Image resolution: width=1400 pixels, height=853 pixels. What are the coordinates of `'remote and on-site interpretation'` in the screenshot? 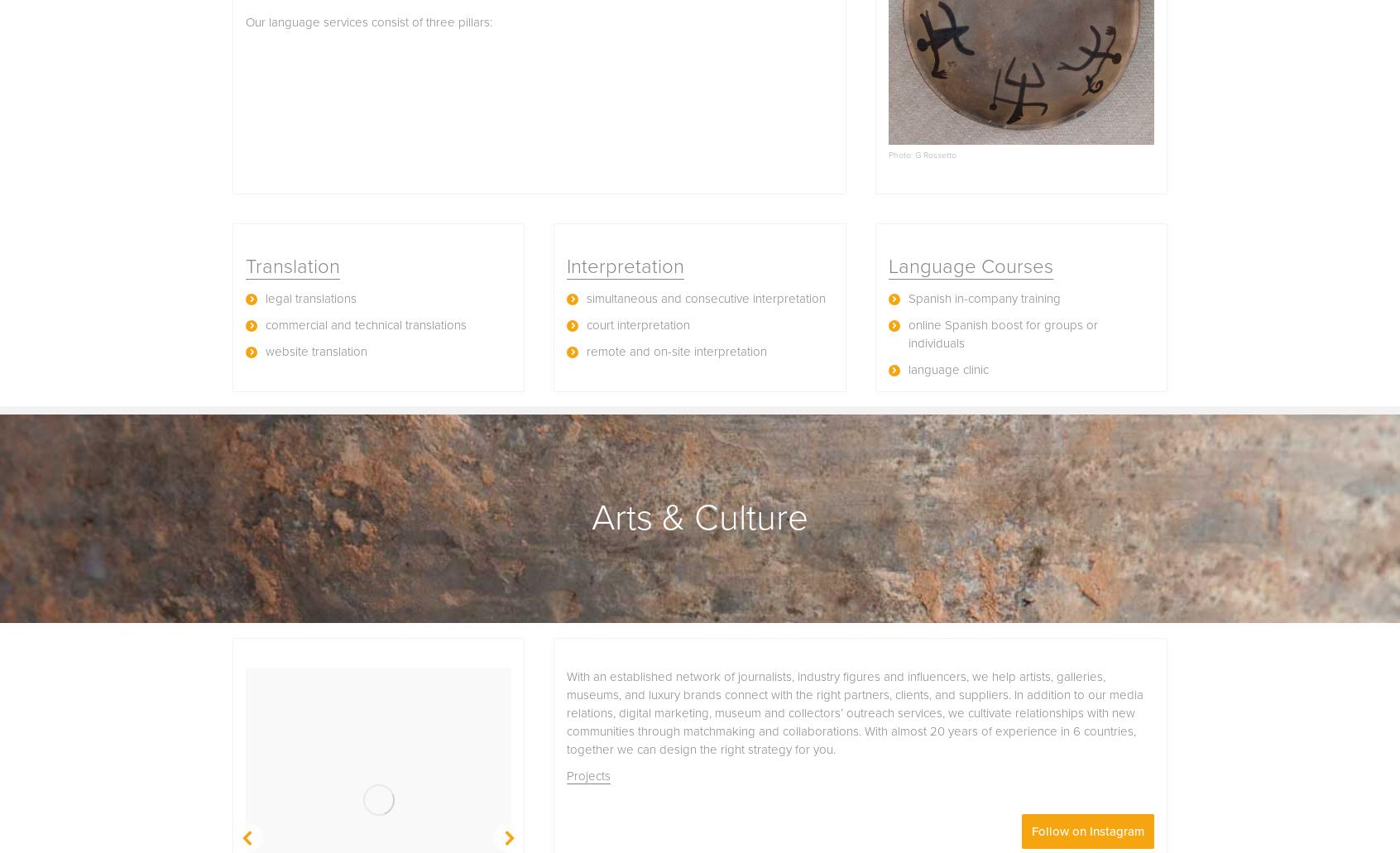 It's located at (677, 351).